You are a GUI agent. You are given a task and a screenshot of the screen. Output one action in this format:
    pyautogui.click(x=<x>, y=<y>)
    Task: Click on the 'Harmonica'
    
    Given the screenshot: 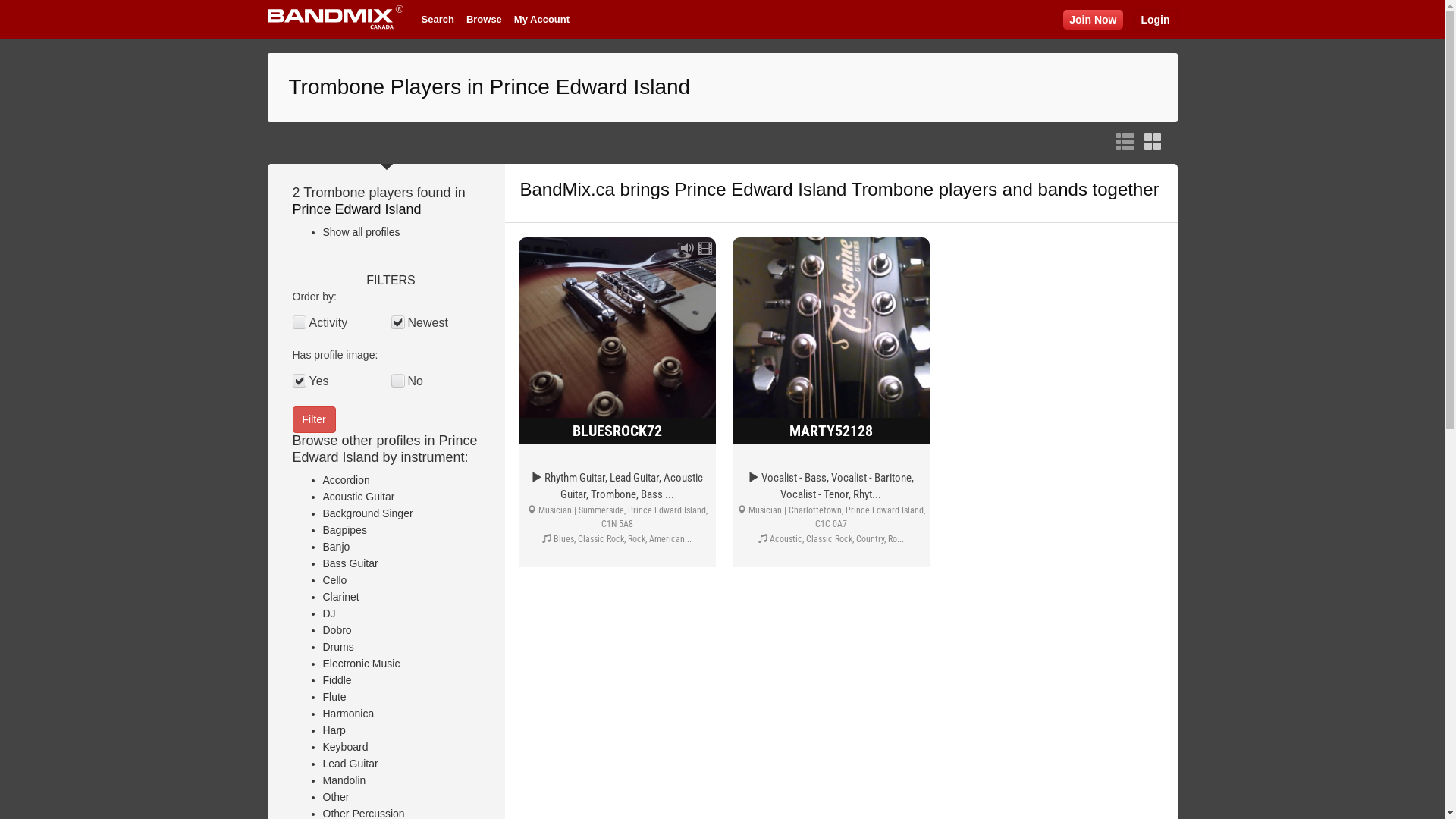 What is the action you would take?
    pyautogui.click(x=348, y=714)
    